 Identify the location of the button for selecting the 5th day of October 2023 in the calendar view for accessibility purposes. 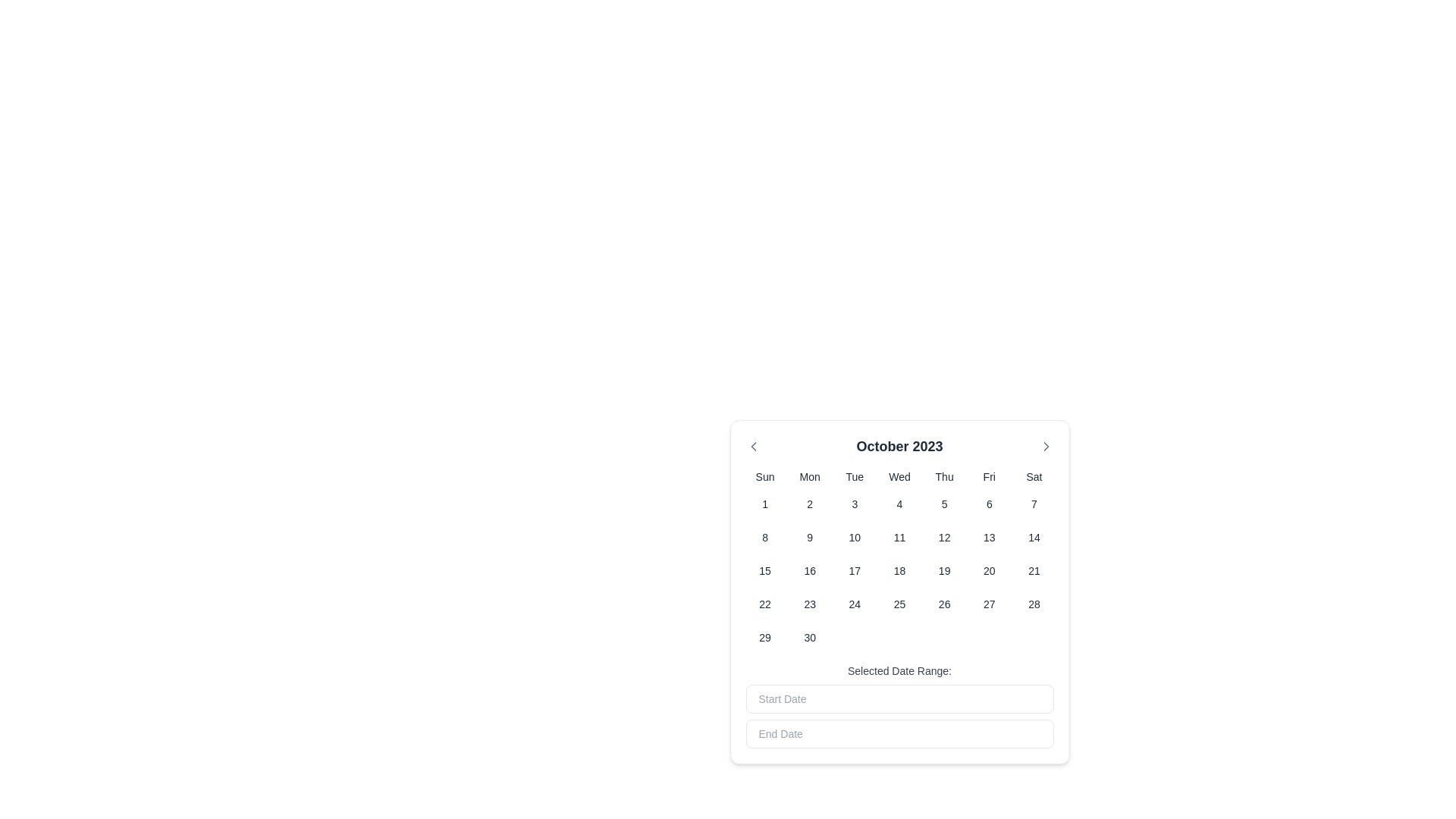
(943, 504).